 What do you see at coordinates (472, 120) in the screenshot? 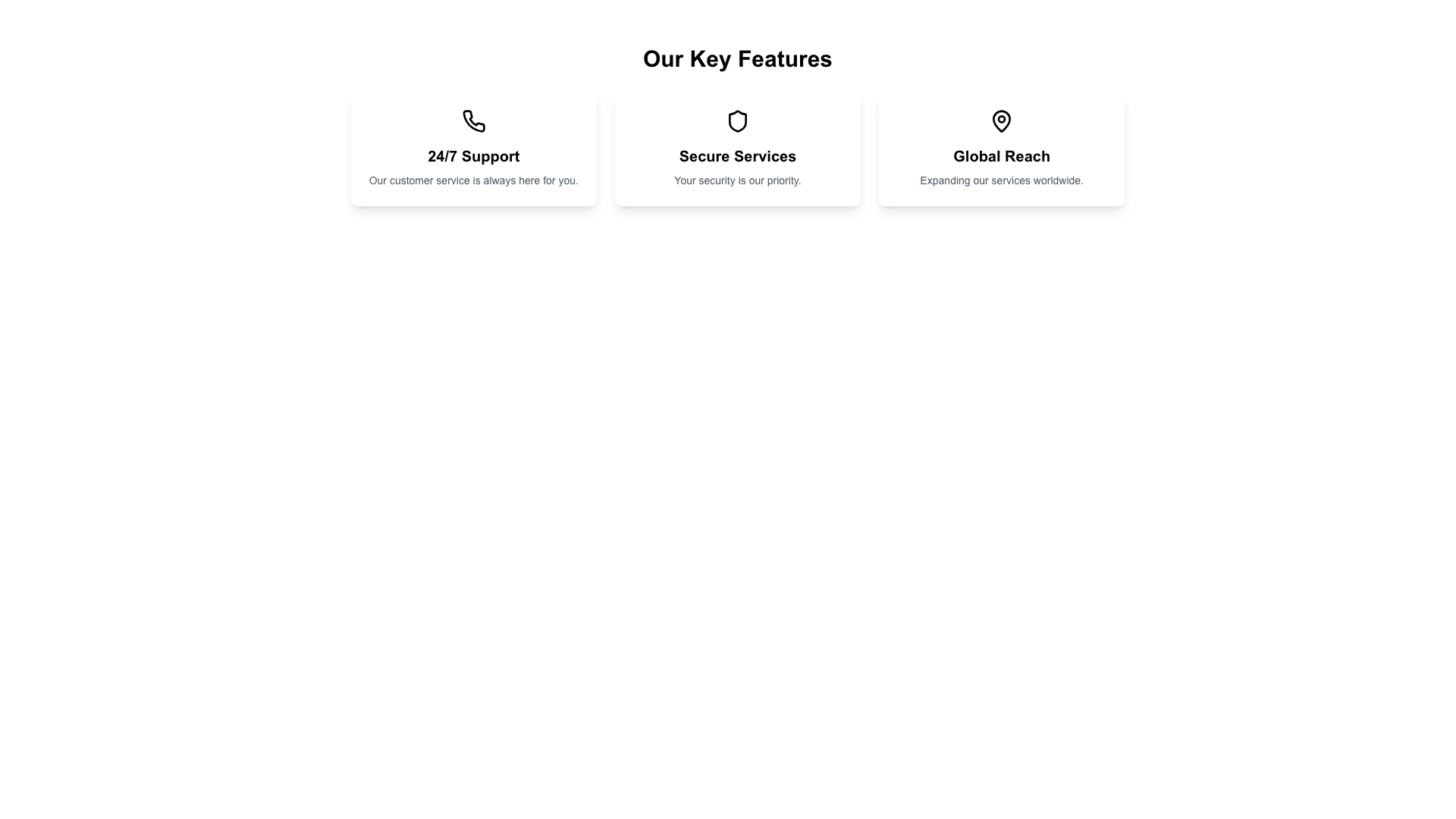
I see `the phone receiver icon, which is a minimalistic line art style icon located at the top-middle of the '24/7 Support' card` at bounding box center [472, 120].